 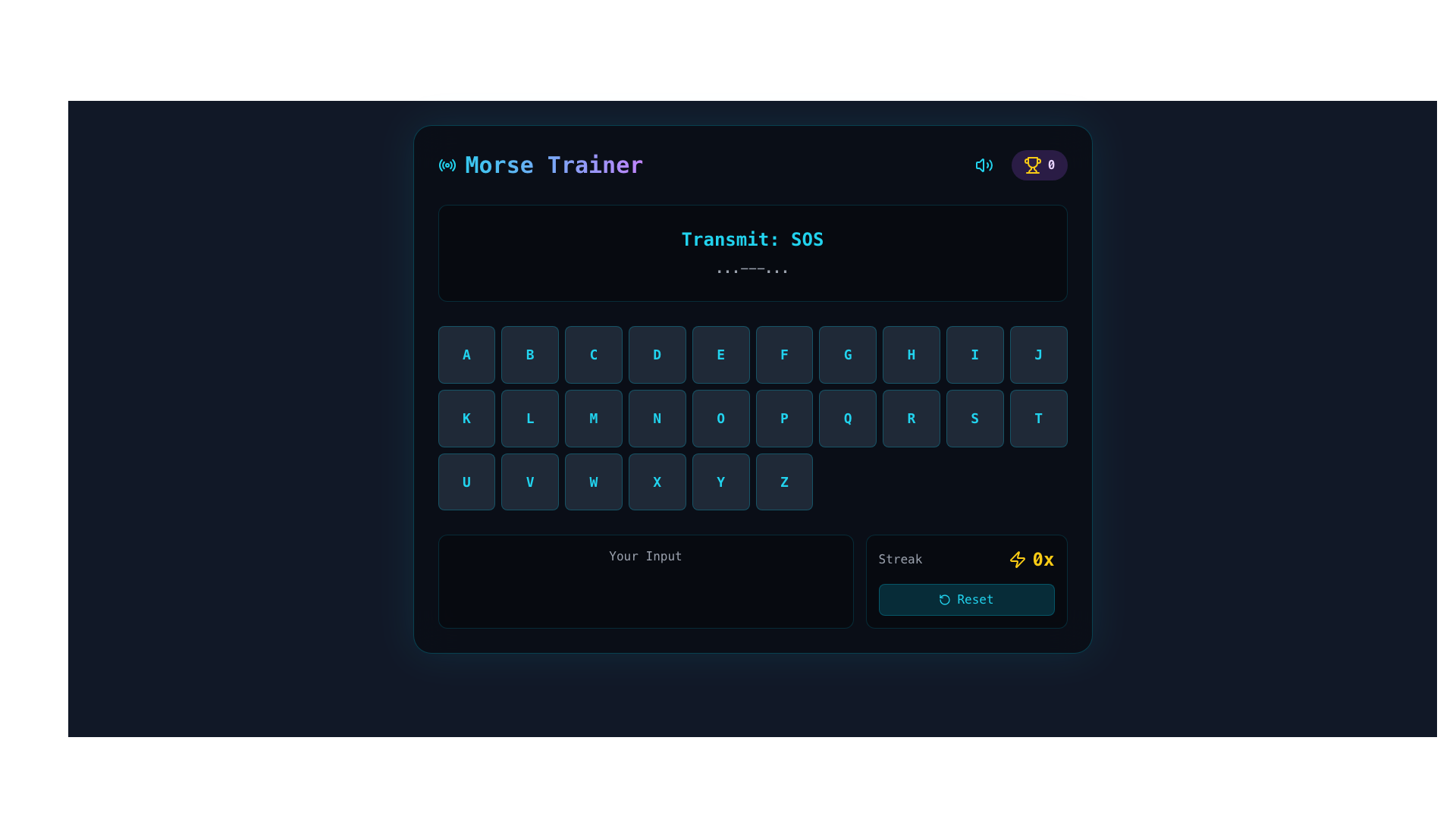 I want to click on the square-shaped button with a dark background and cyan-colored text 'M' in the center, so click(x=592, y=418).